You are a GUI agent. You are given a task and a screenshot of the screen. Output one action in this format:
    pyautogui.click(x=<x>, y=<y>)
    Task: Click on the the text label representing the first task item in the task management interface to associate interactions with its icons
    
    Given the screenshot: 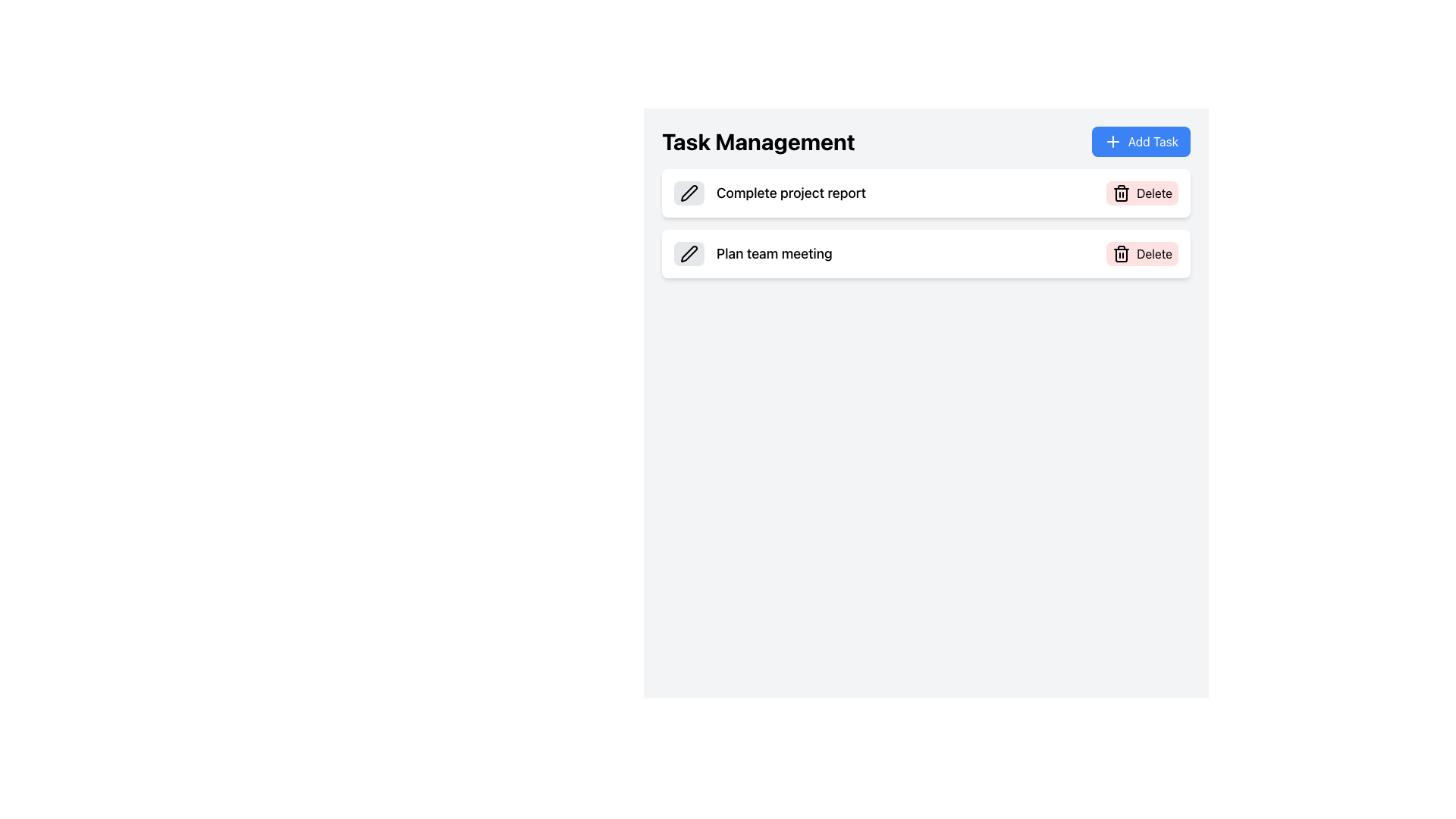 What is the action you would take?
    pyautogui.click(x=770, y=192)
    